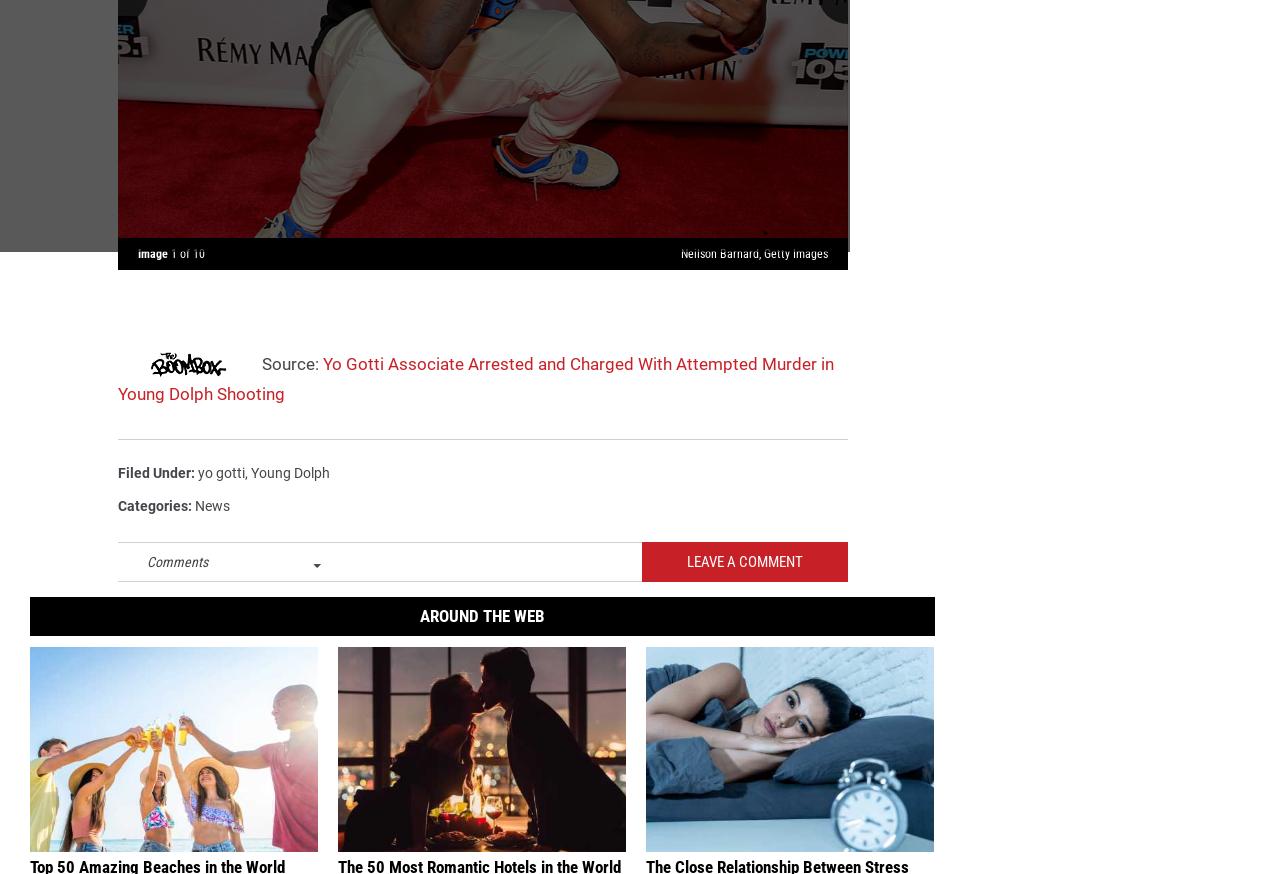 This screenshot has height=874, width=1286. I want to click on 'Image', so click(154, 262).